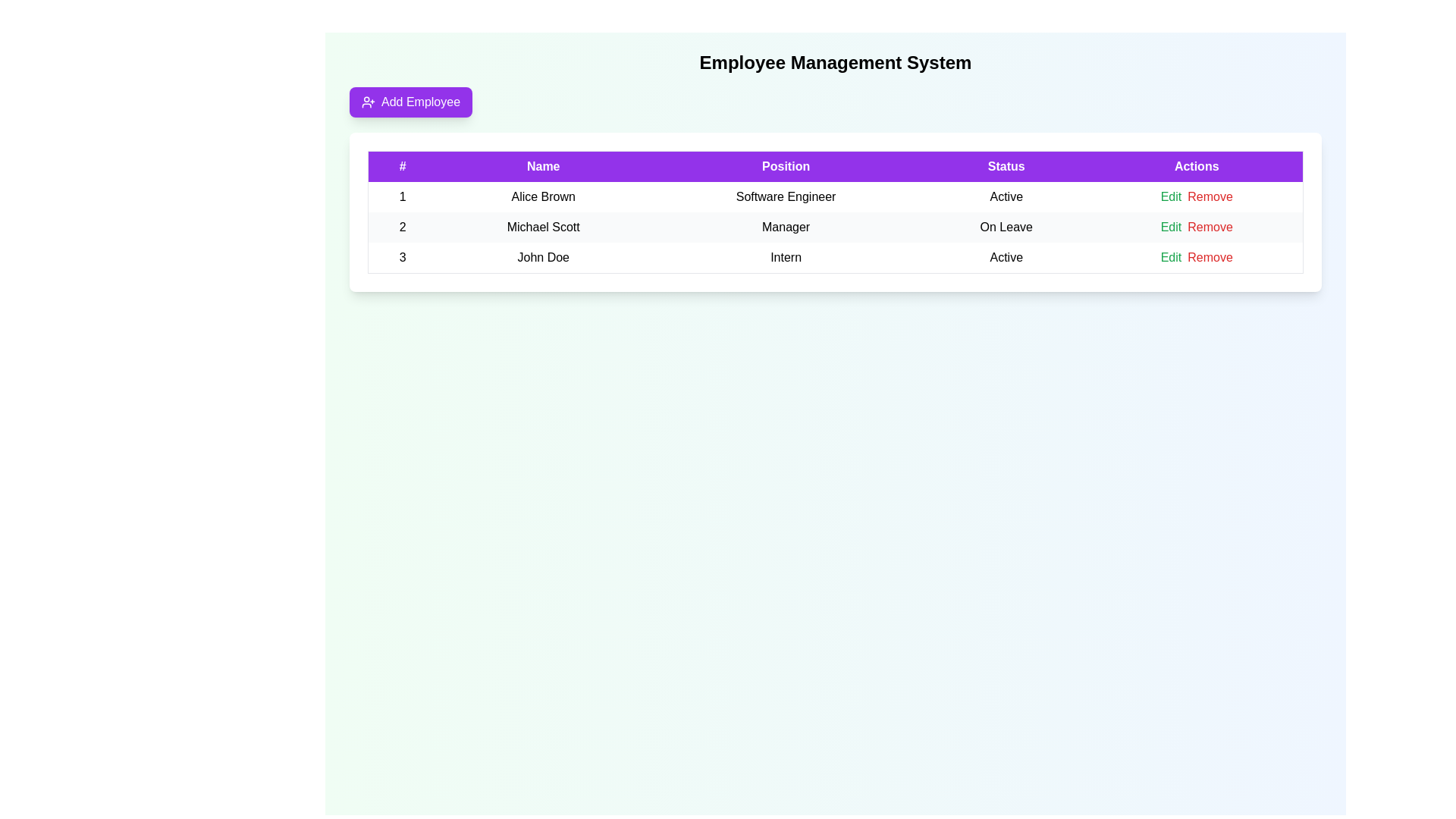 The image size is (1456, 819). Describe the element at coordinates (1006, 227) in the screenshot. I see `the 'On Leave' text label indicating the employment status of 'Michael Scott' in the table under the 'Status' column` at that location.